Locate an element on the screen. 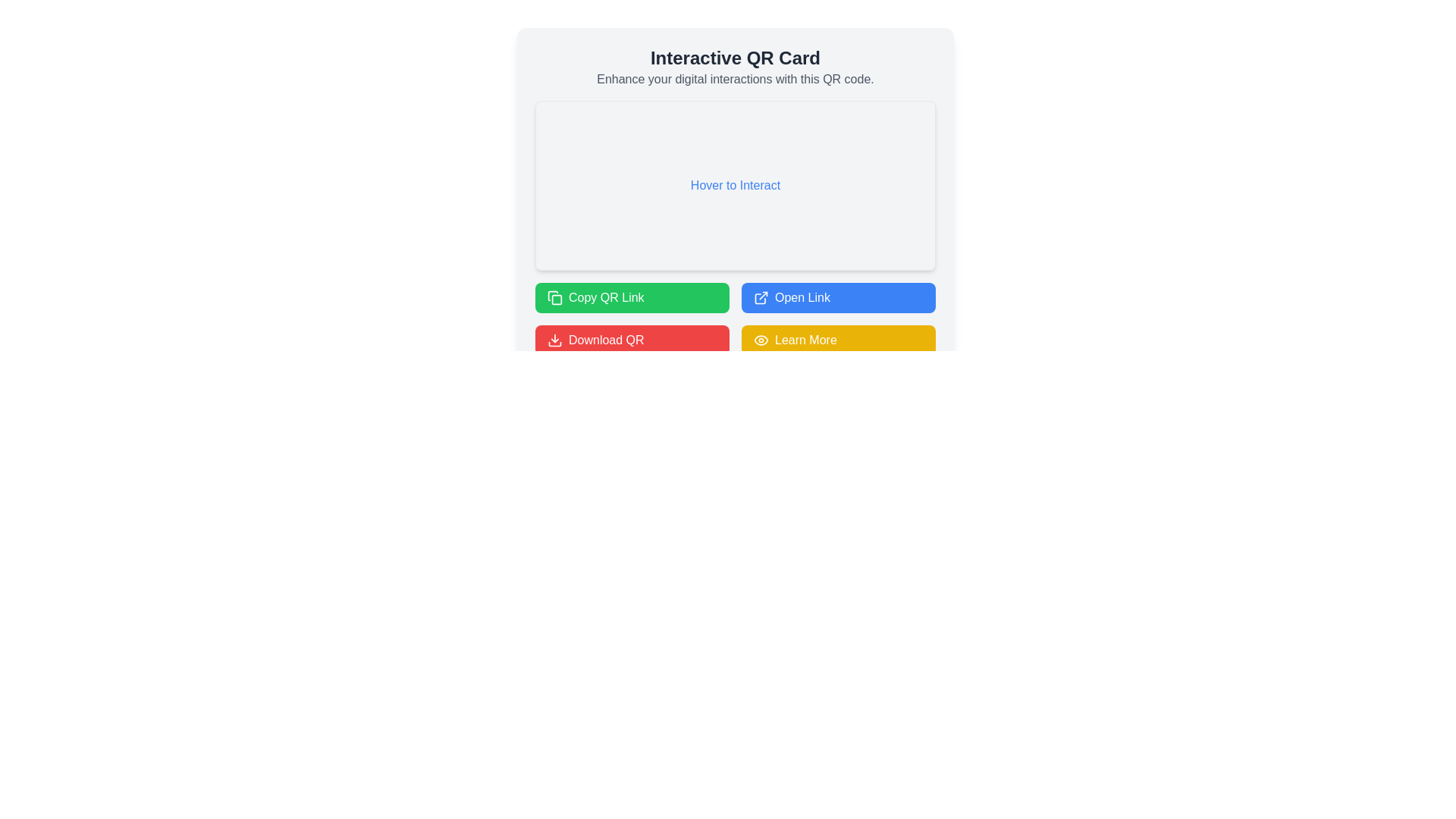 This screenshot has height=819, width=1456. the red button labeled 'Download QR' with a downward arrow icon is located at coordinates (632, 339).